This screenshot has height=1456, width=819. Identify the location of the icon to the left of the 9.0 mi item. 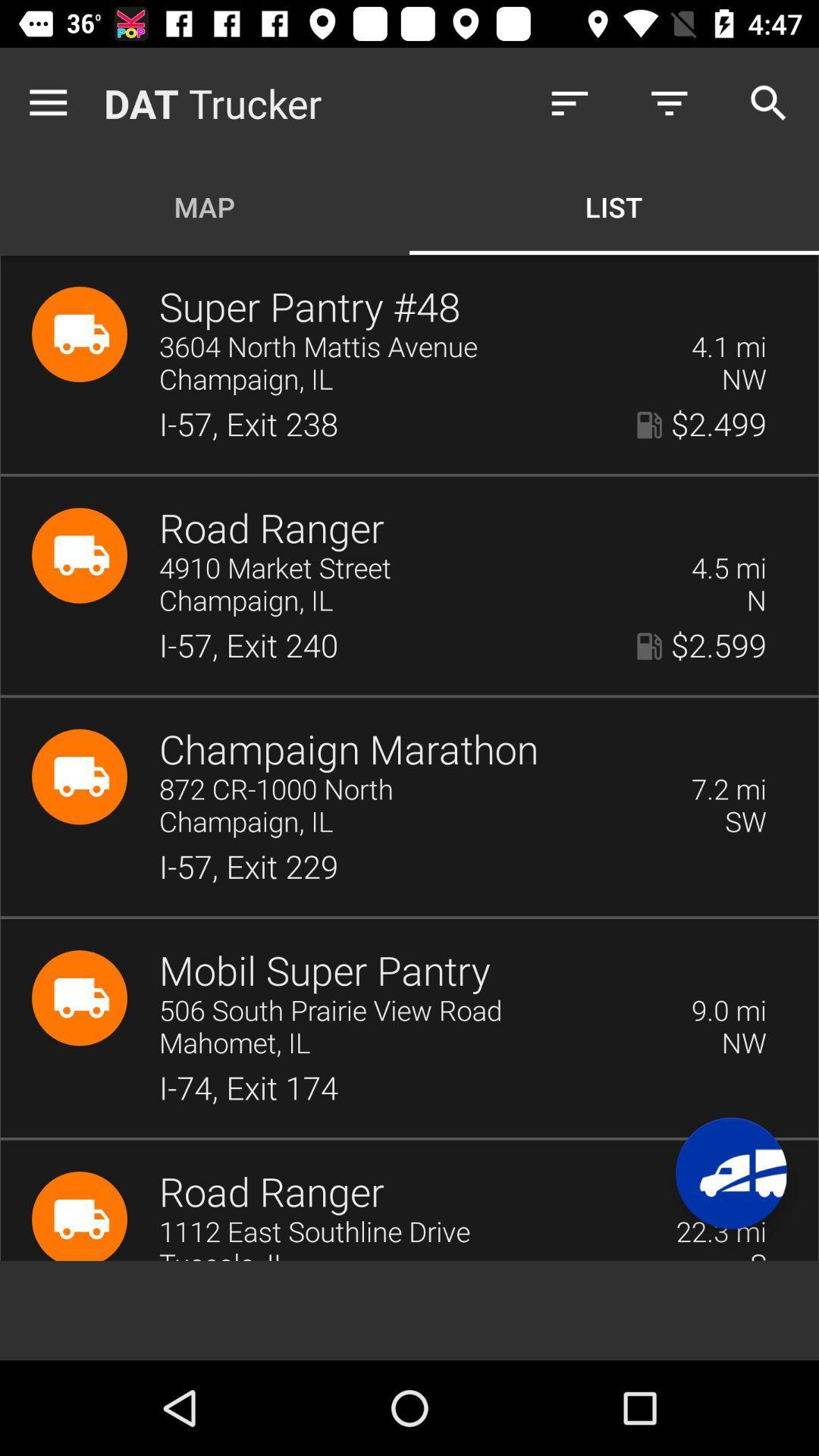
(415, 1011).